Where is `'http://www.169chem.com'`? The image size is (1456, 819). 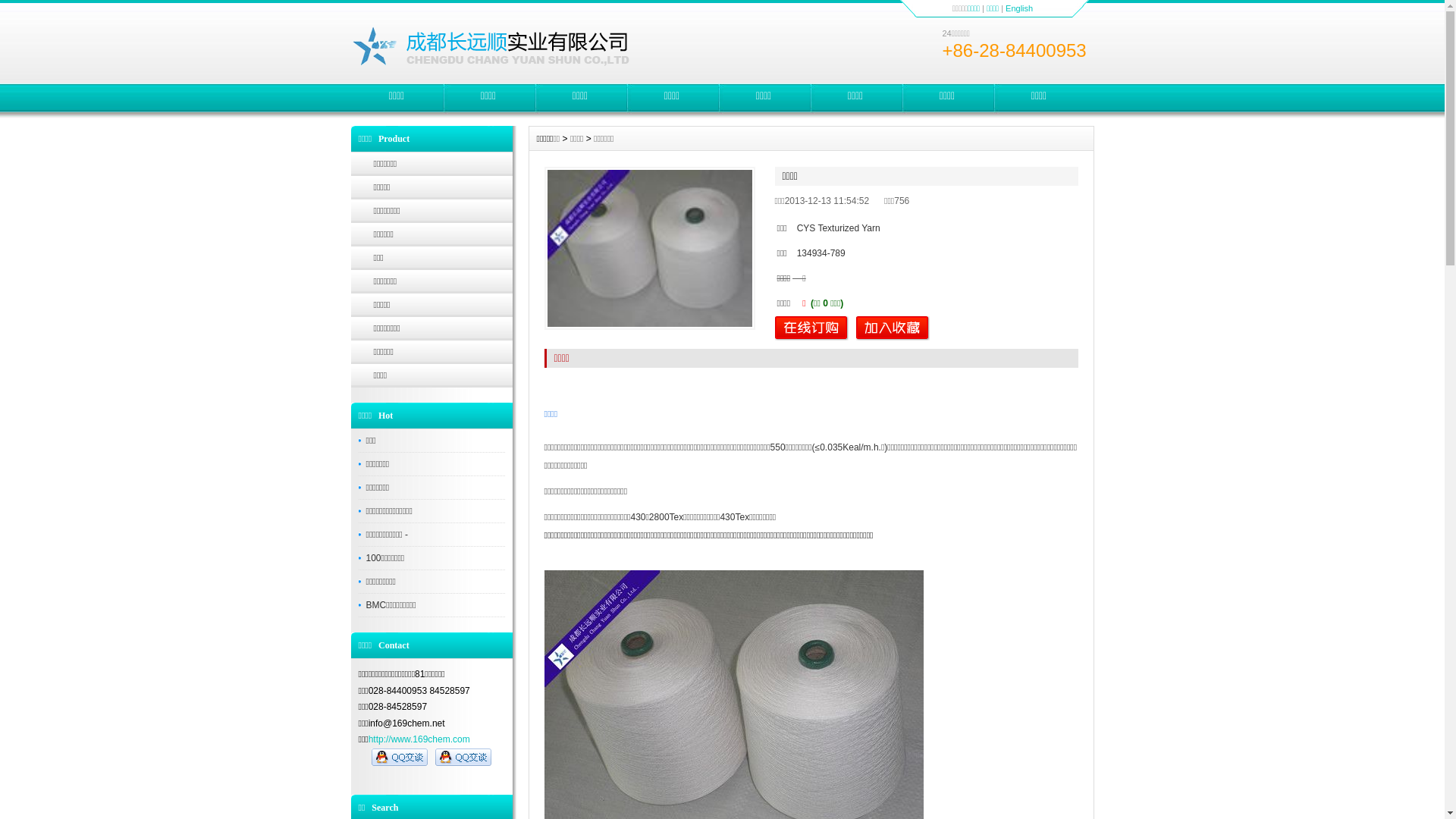 'http://www.169chem.com' is located at coordinates (419, 739).